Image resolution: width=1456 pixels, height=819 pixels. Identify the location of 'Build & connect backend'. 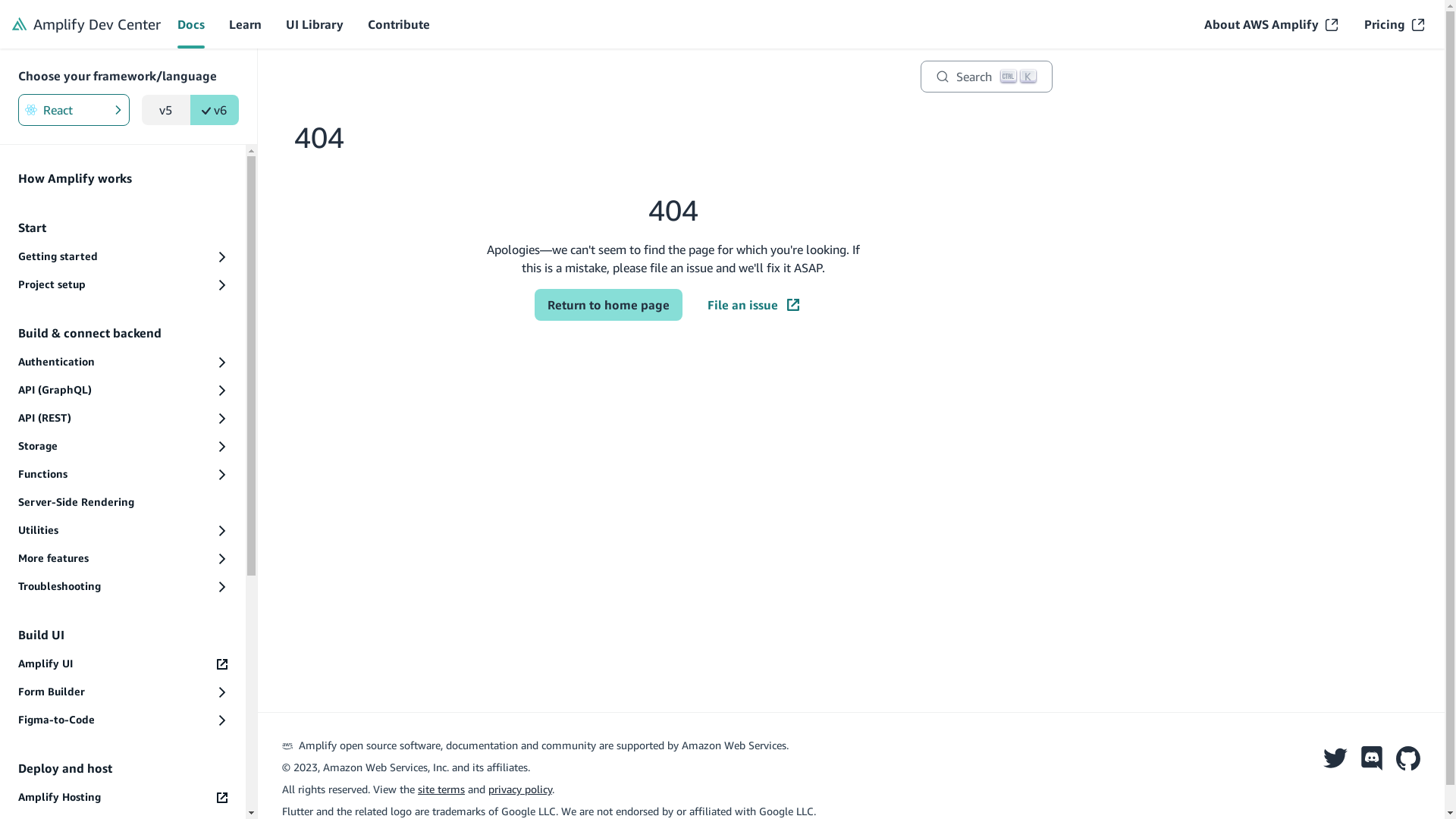
(123, 332).